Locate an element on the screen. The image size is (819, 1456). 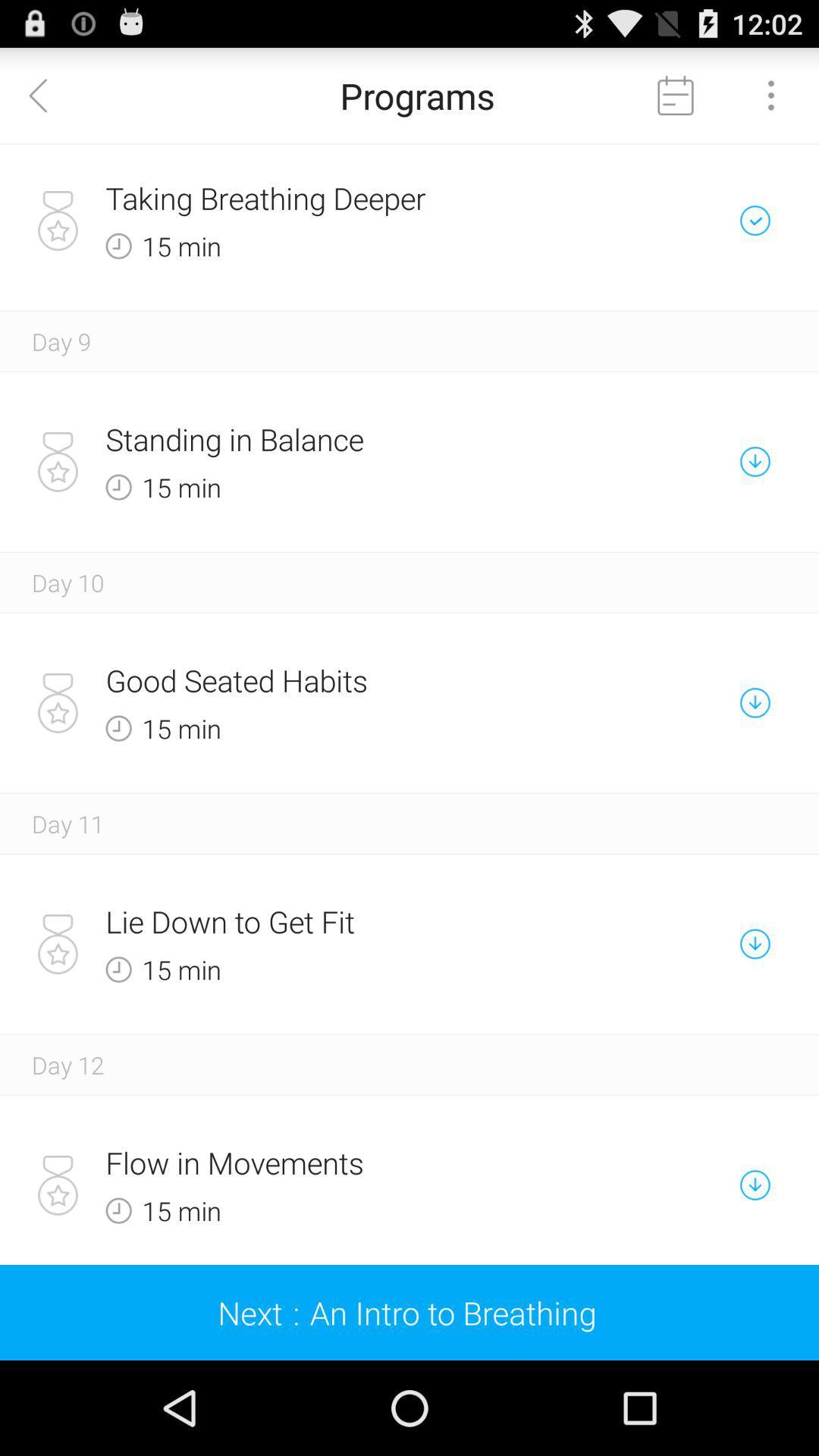
day 11 item is located at coordinates (67, 823).